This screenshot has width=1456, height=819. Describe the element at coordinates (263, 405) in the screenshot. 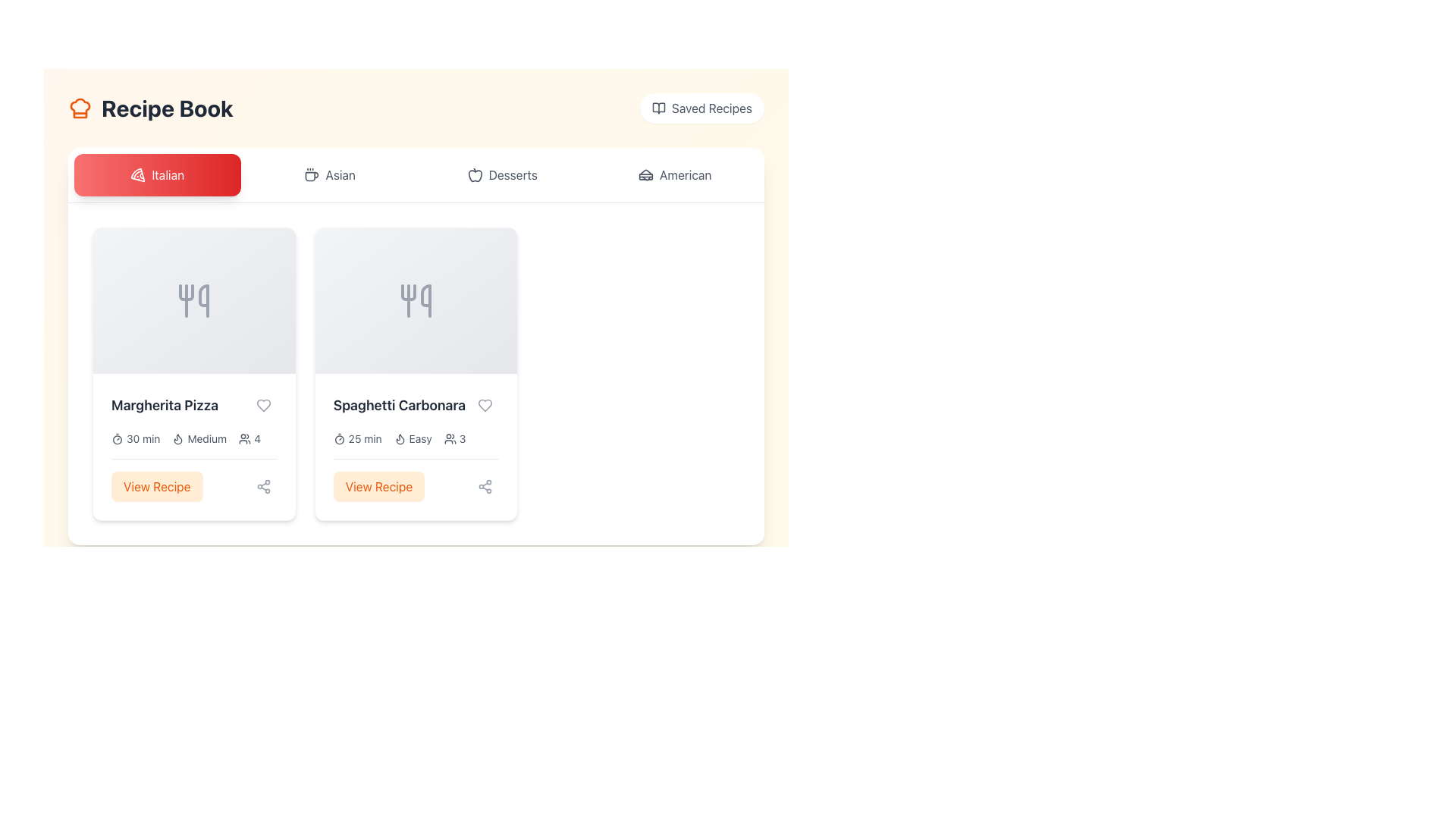

I see `the heart-shaped icon located in the top-right corner of the 'Margherita Pizza' card` at that location.